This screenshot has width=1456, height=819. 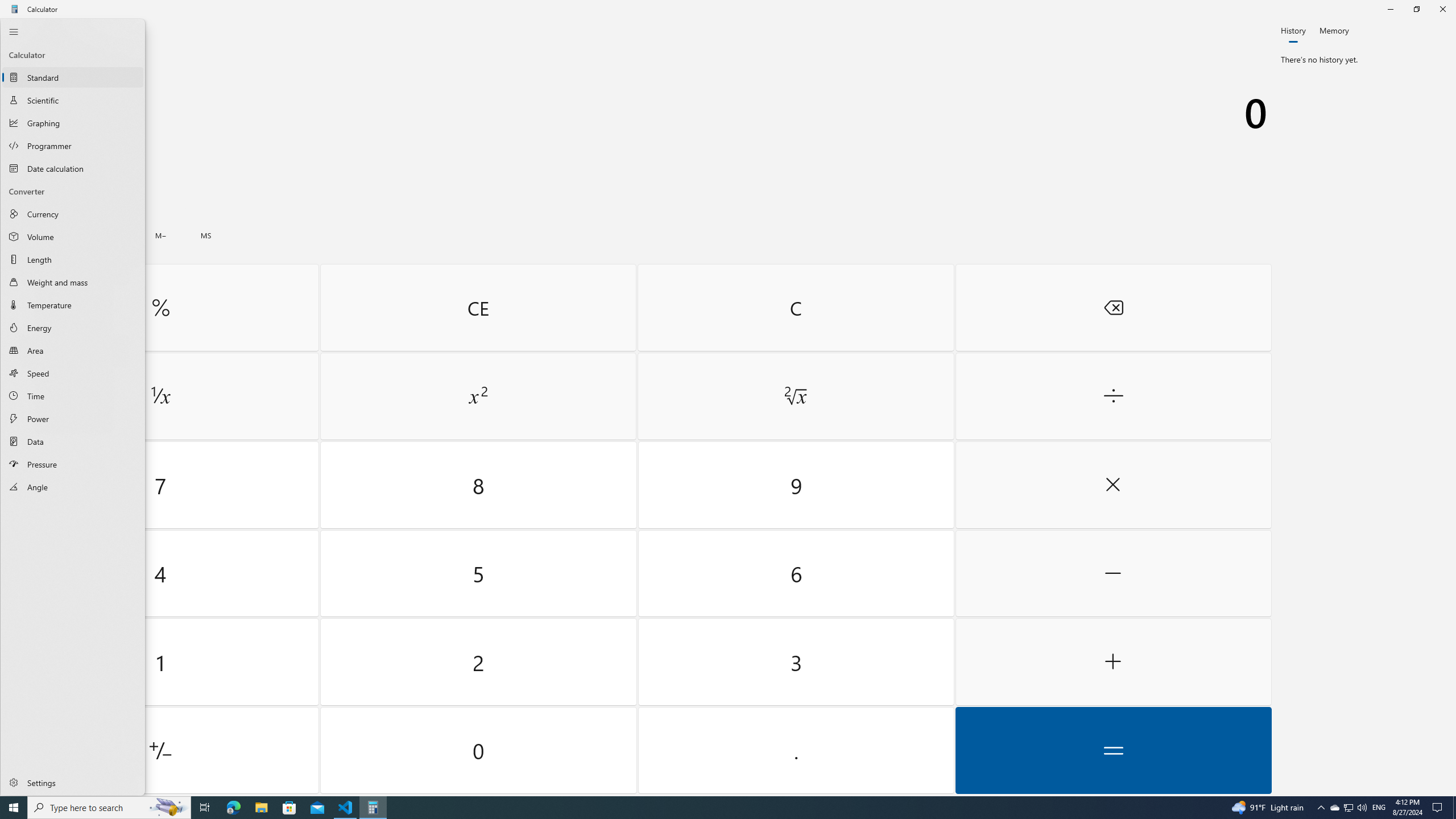 I want to click on 'One', so click(x=160, y=662).